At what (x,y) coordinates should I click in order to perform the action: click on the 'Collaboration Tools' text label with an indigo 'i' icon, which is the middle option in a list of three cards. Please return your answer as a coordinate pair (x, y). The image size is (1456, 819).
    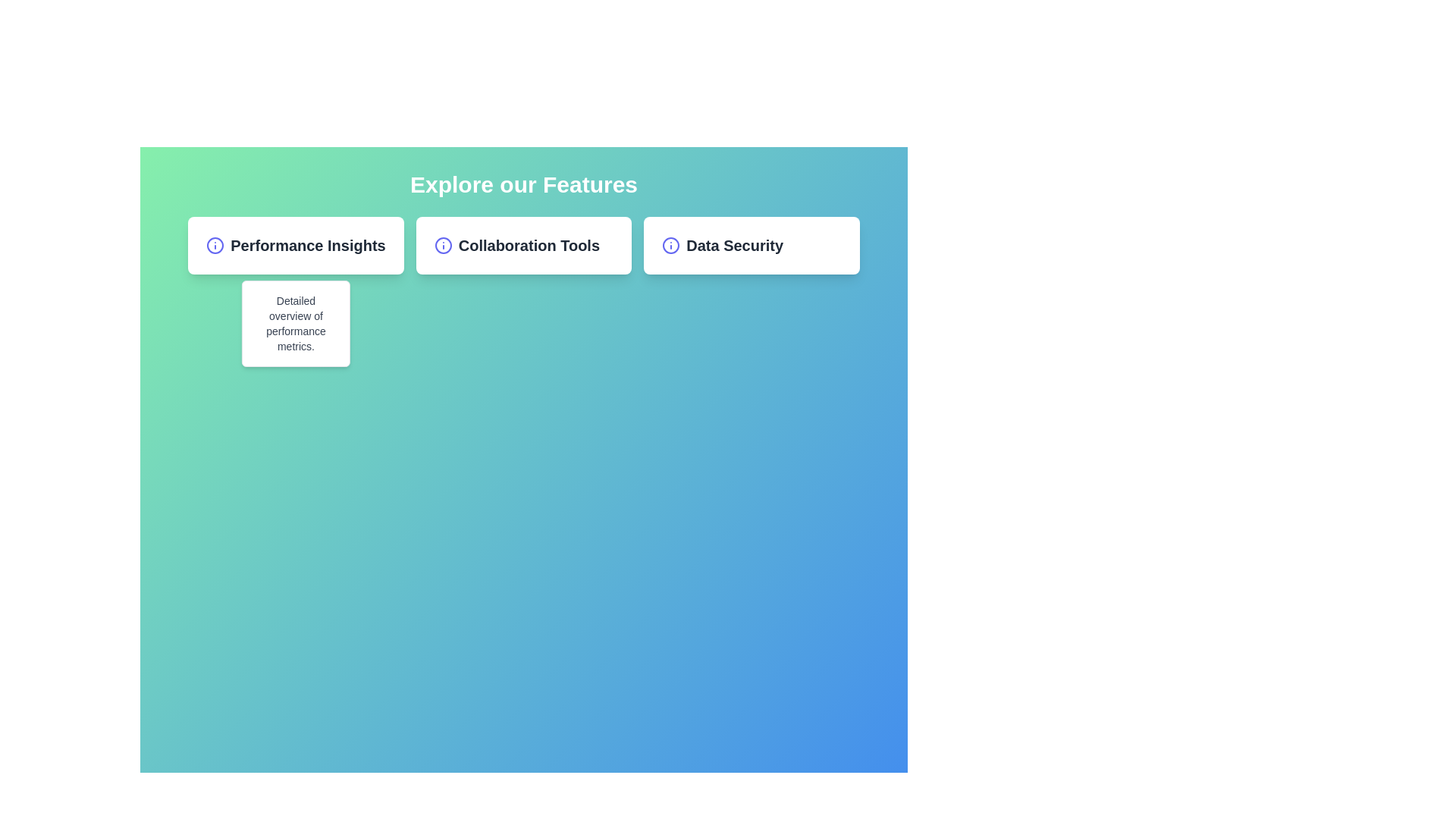
    Looking at the image, I should click on (524, 245).